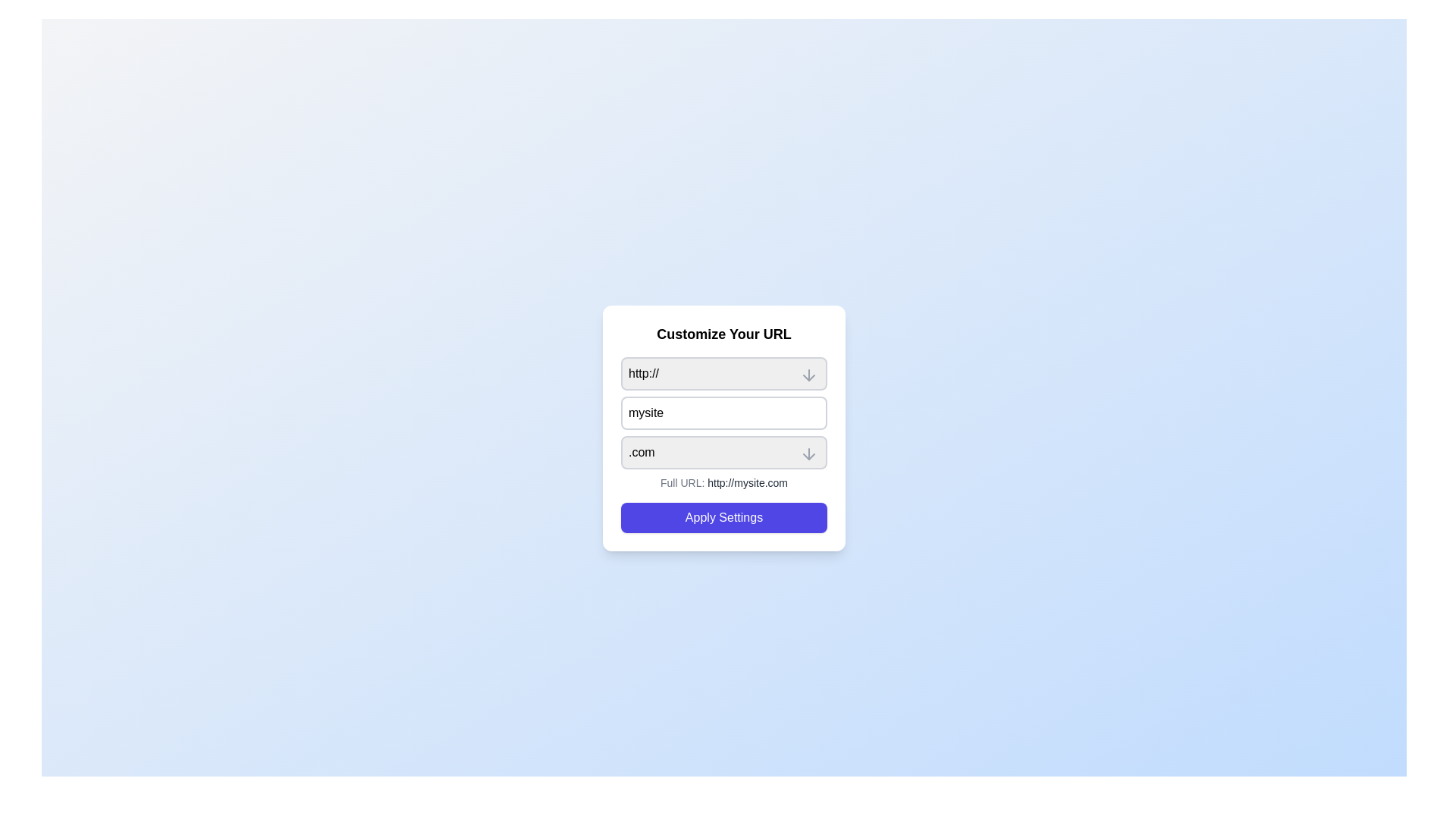  I want to click on the 'Apply Settings' button with a violet background and white text located at the bottom of the 'Customize Your URL' dialog to apply the settings, so click(723, 516).